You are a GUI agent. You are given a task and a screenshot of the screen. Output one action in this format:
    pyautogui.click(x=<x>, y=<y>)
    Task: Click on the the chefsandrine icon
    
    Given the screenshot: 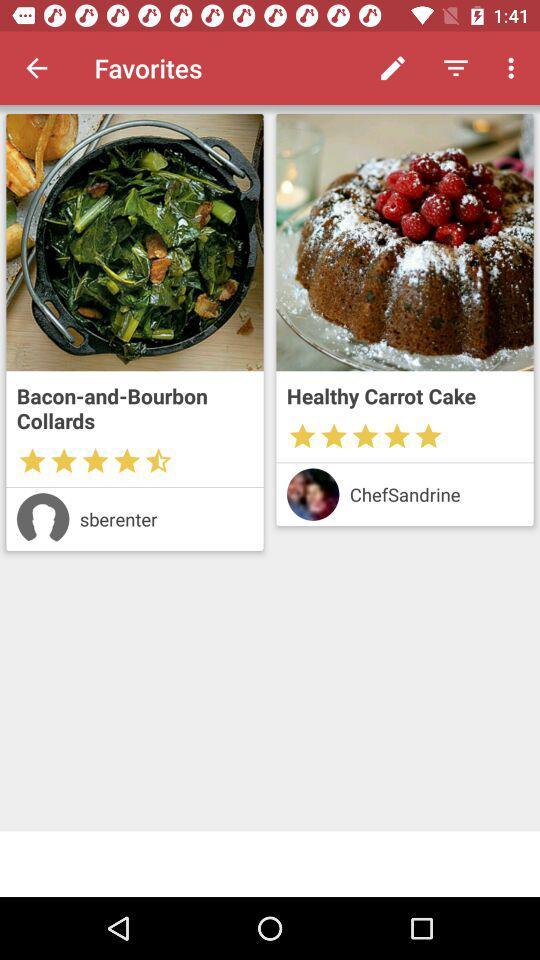 What is the action you would take?
    pyautogui.click(x=435, y=493)
    